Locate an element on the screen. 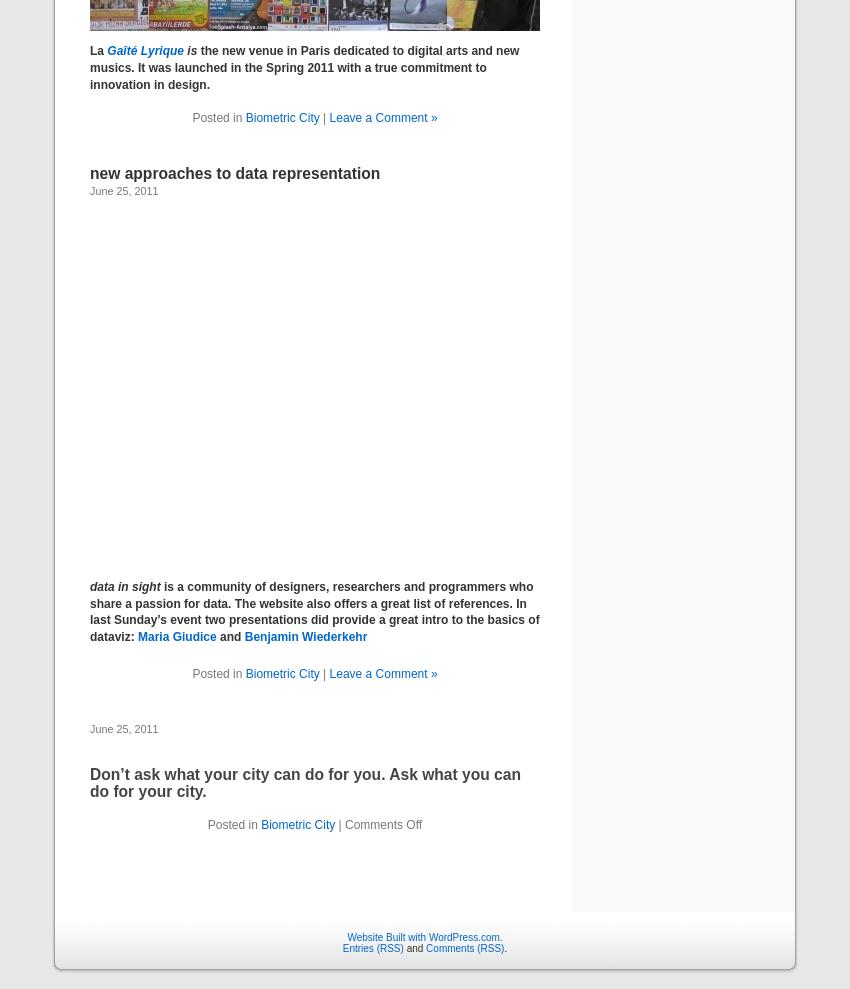 This screenshot has width=850, height=989. 'Entries (RSS)' is located at coordinates (371, 947).